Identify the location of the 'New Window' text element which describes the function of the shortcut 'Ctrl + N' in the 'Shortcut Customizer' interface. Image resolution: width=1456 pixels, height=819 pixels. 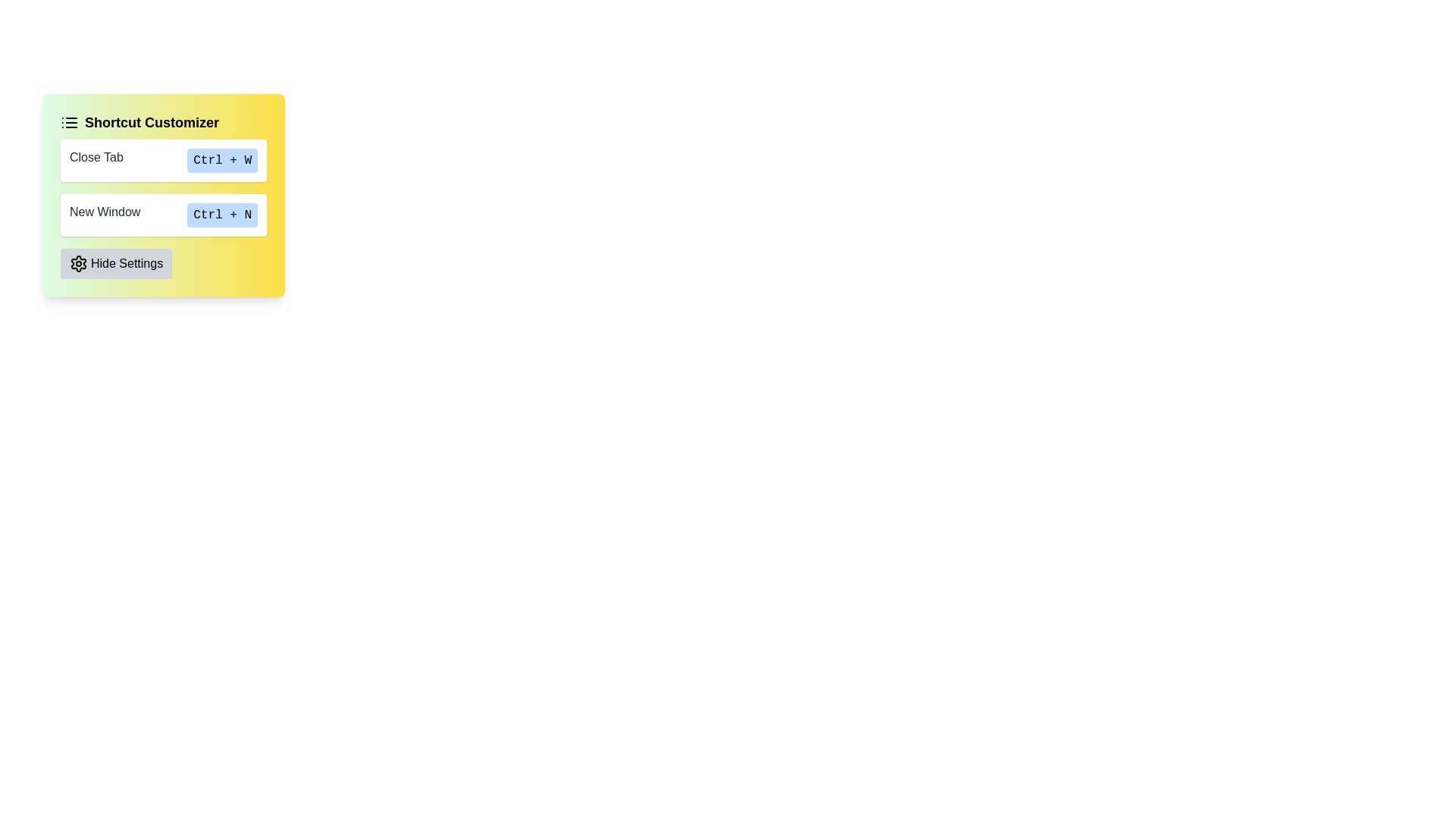
(104, 215).